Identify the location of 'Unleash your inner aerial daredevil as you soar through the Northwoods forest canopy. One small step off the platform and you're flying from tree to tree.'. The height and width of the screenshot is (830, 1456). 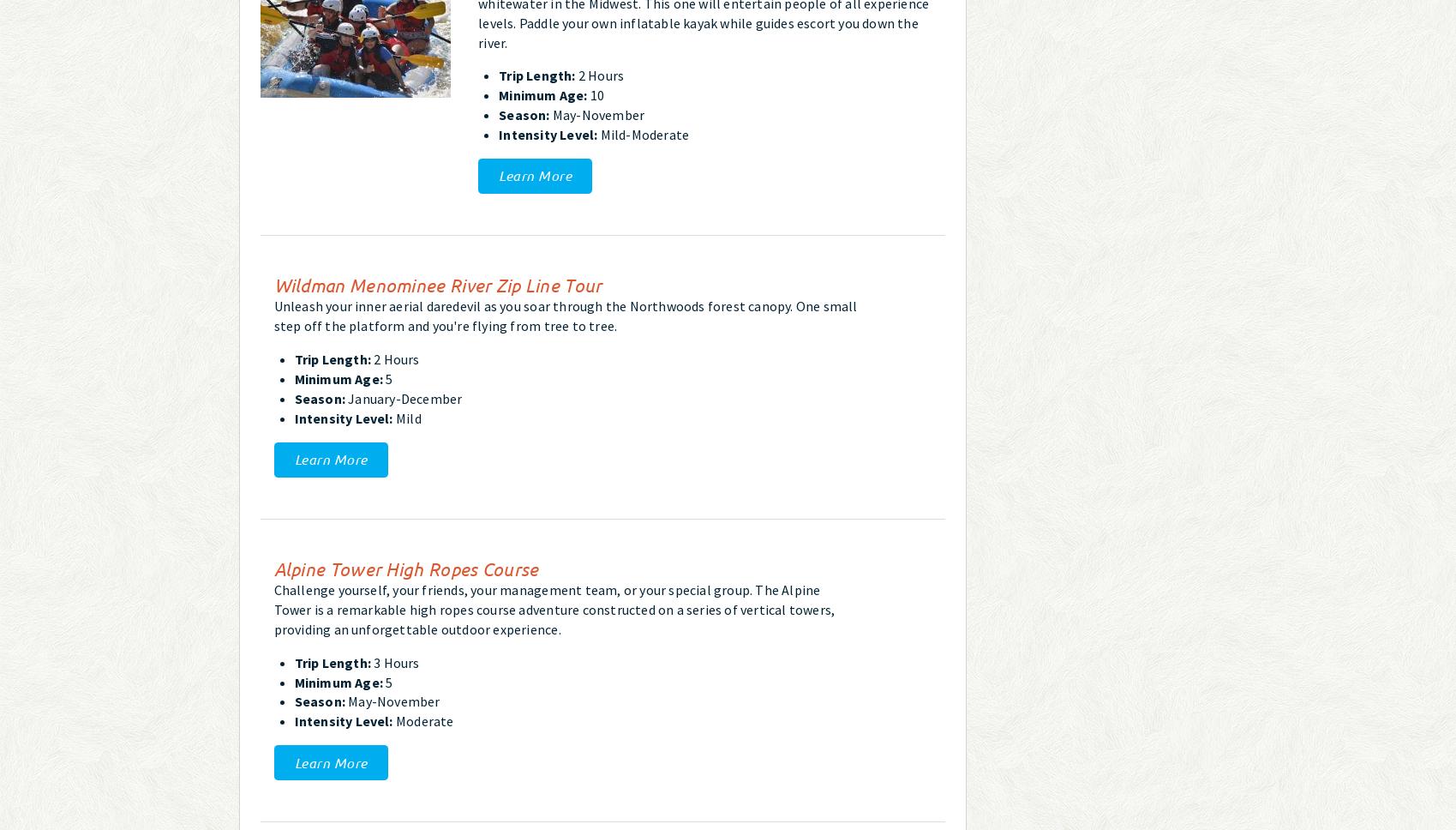
(273, 315).